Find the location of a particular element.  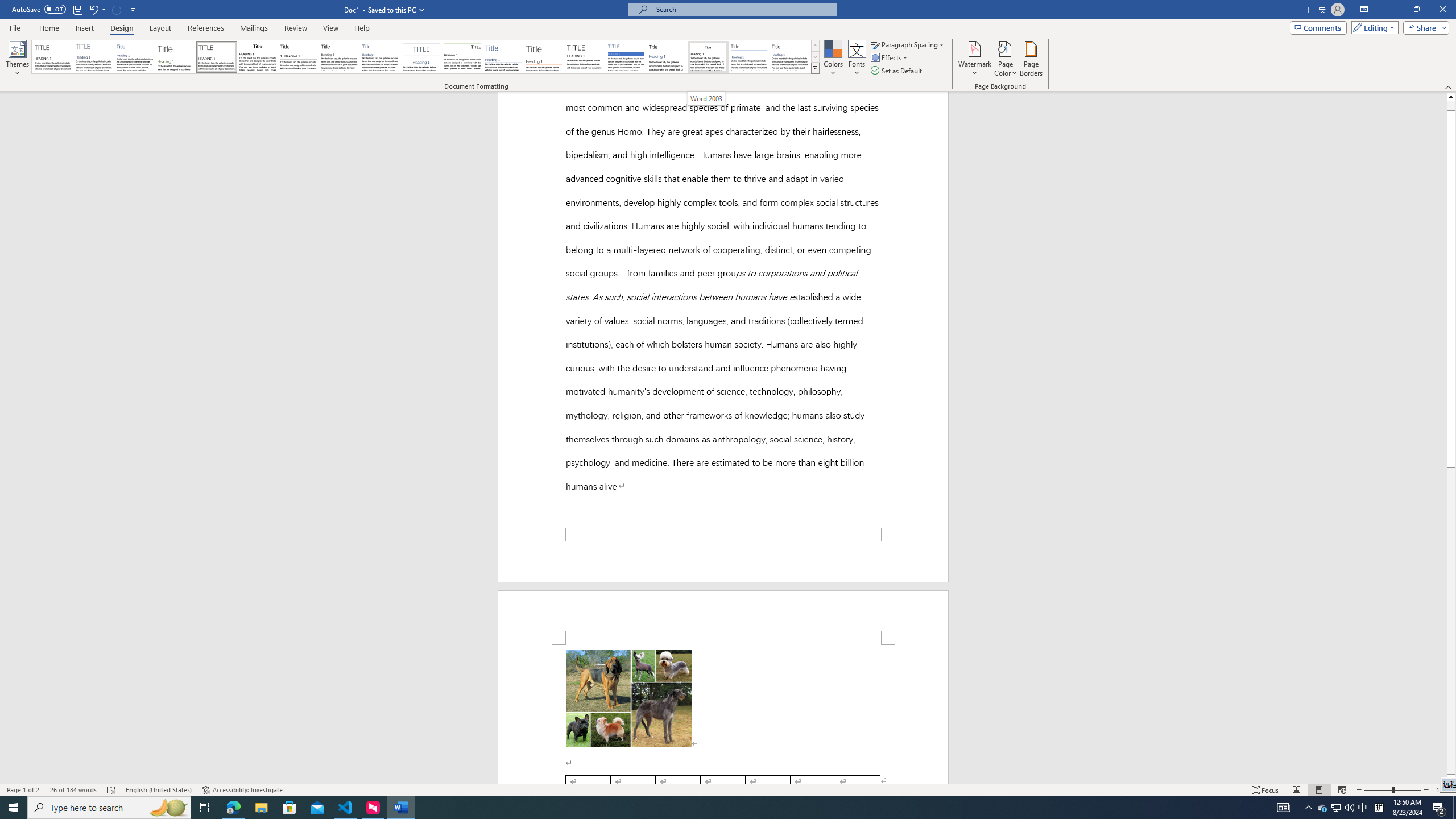

'Line up' is located at coordinates (1451, 96).